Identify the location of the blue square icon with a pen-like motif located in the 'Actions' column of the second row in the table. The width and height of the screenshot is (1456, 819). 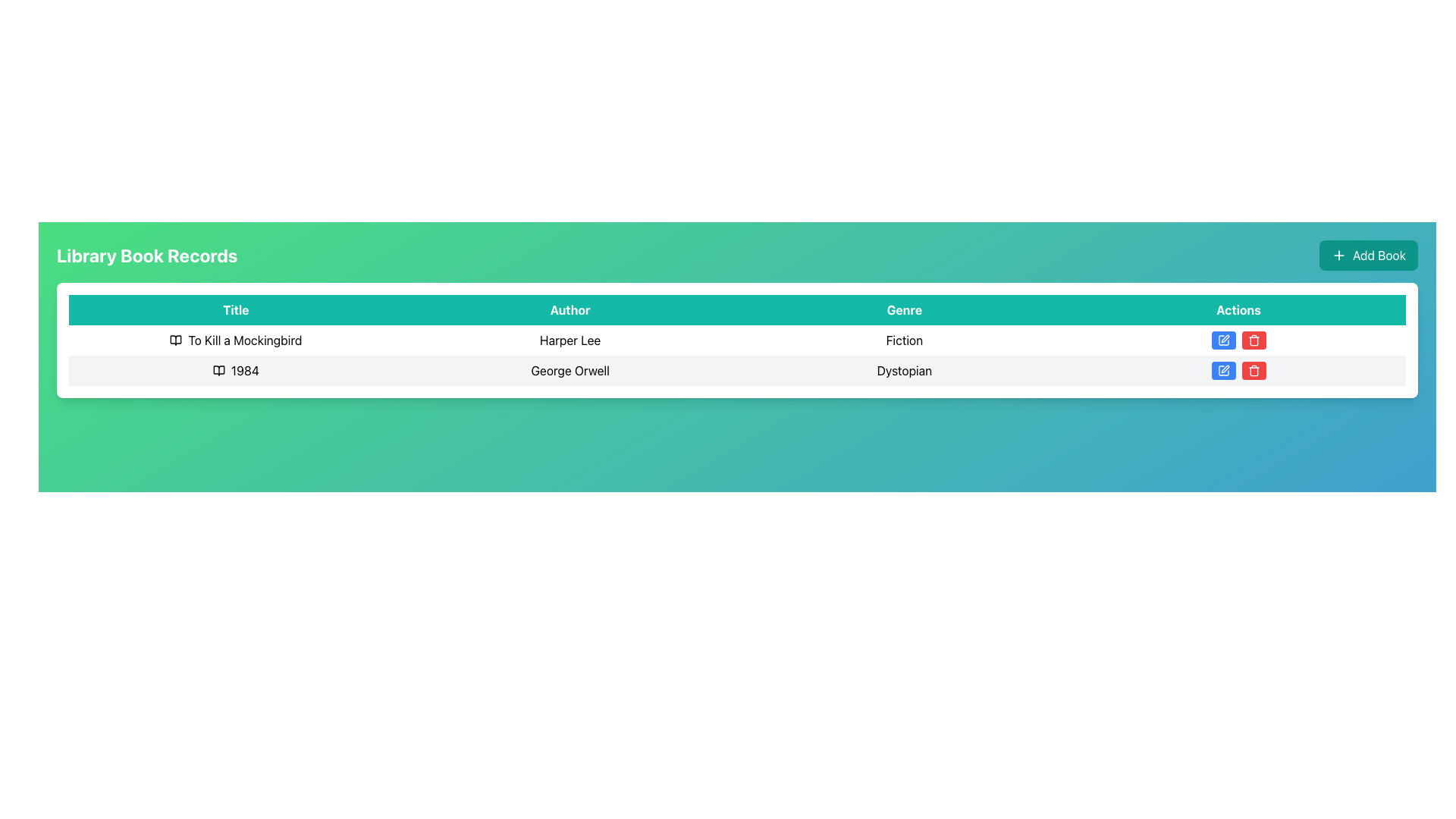
(1223, 339).